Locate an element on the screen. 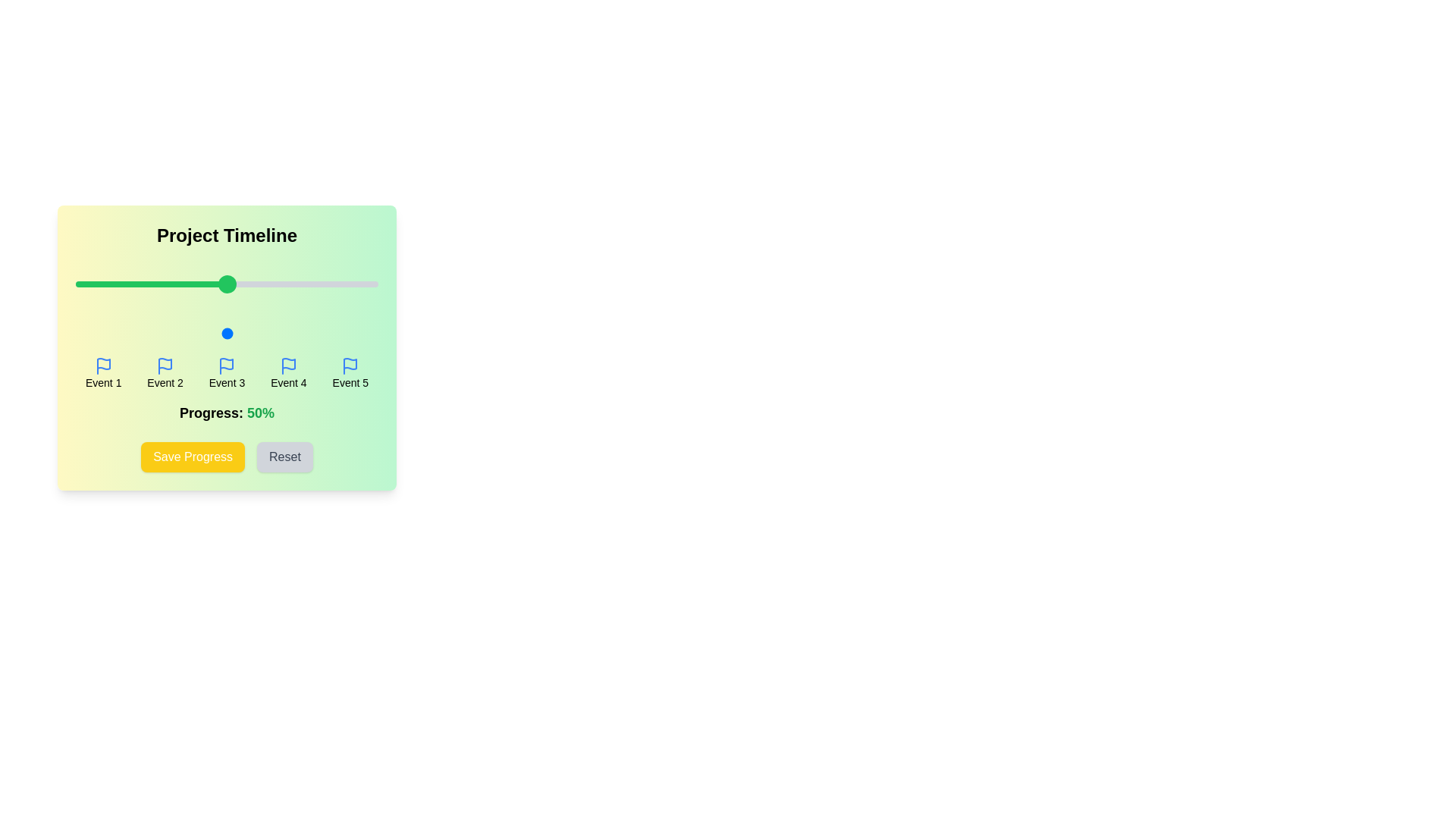 The height and width of the screenshot is (819, 1456). the flag icon for Event 2 is located at coordinates (165, 366).